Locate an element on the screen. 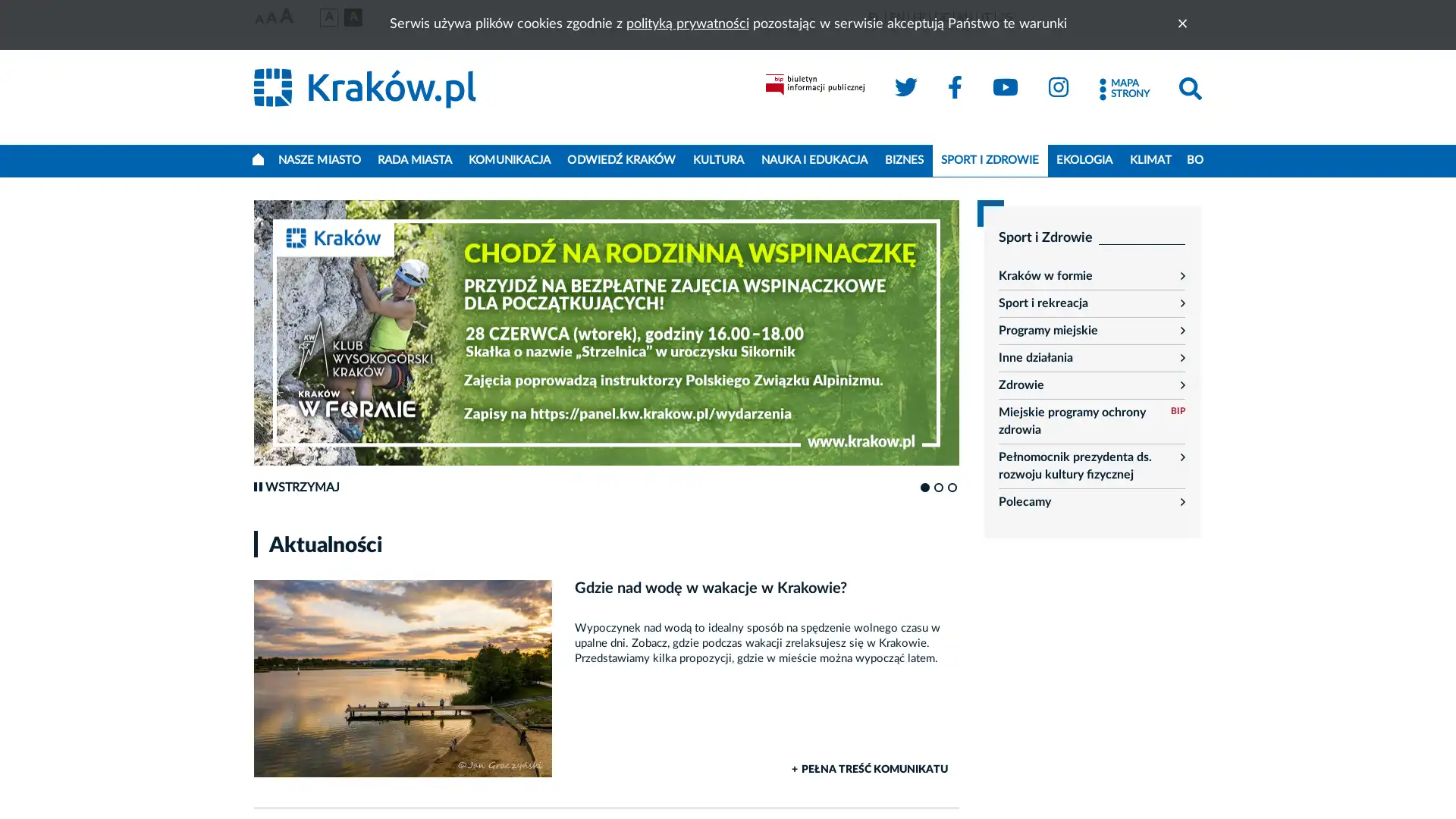 This screenshot has height=819, width=1456. Wersja podstawowa is located at coordinates (328, 17).